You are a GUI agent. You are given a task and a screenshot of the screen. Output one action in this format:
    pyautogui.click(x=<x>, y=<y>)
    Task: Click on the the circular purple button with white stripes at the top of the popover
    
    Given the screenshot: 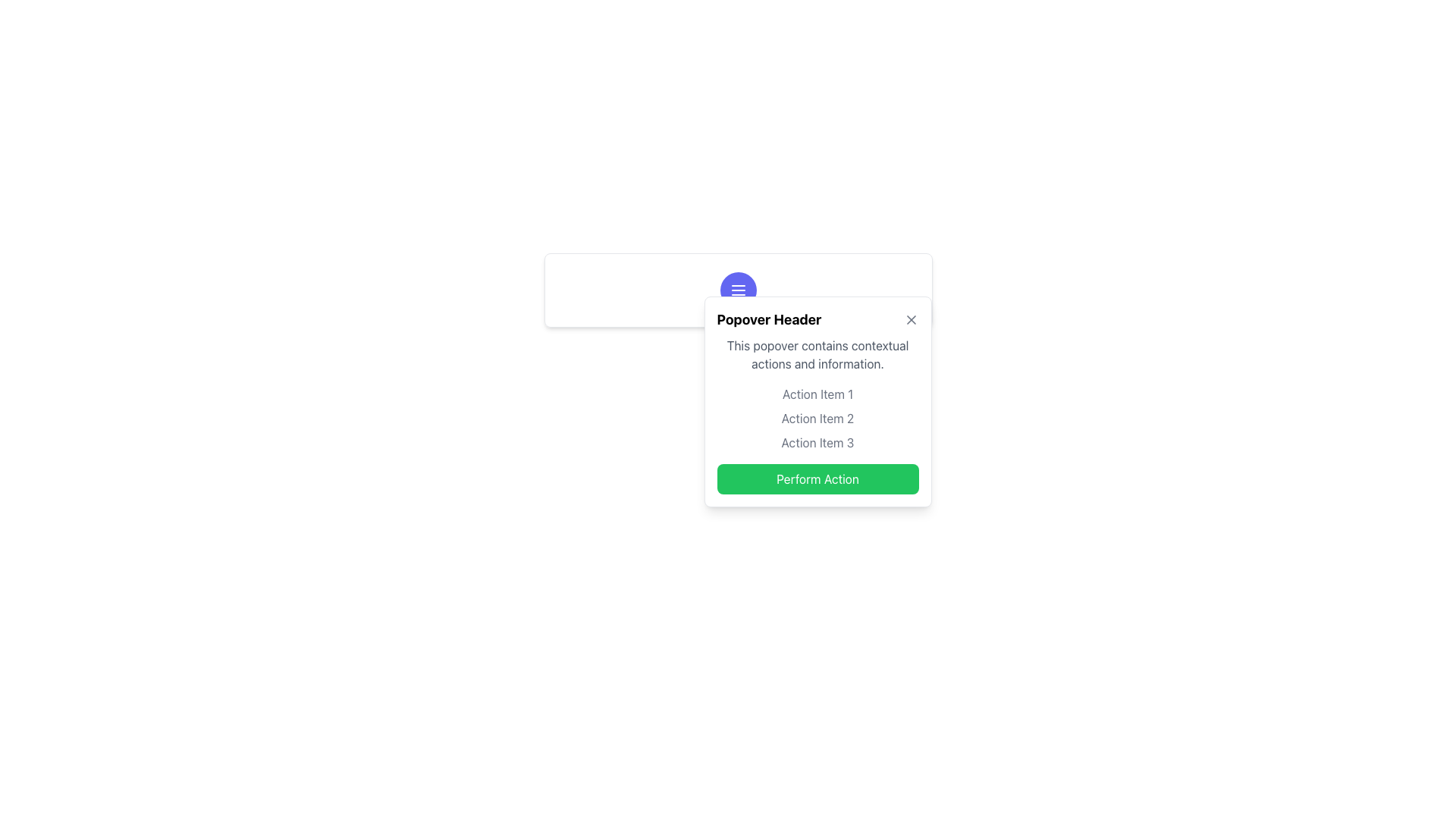 What is the action you would take?
    pyautogui.click(x=738, y=290)
    